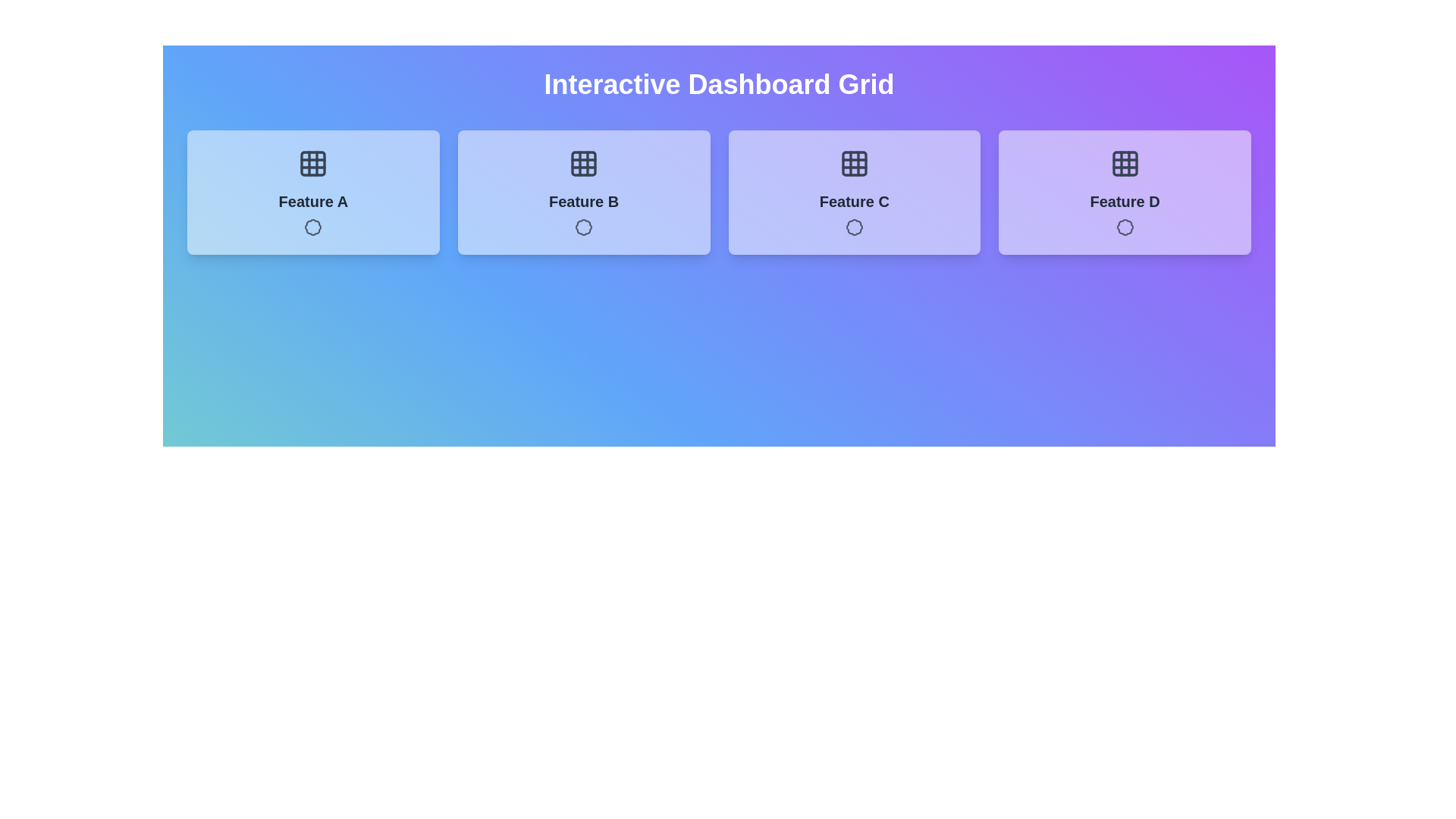 This screenshot has height=819, width=1456. I want to click on the SVG icon styled as a 3x3 grid of squares, dark gray in color, located inside the card labeled 'Feature D' on the rightmost side of the row, so click(1125, 164).